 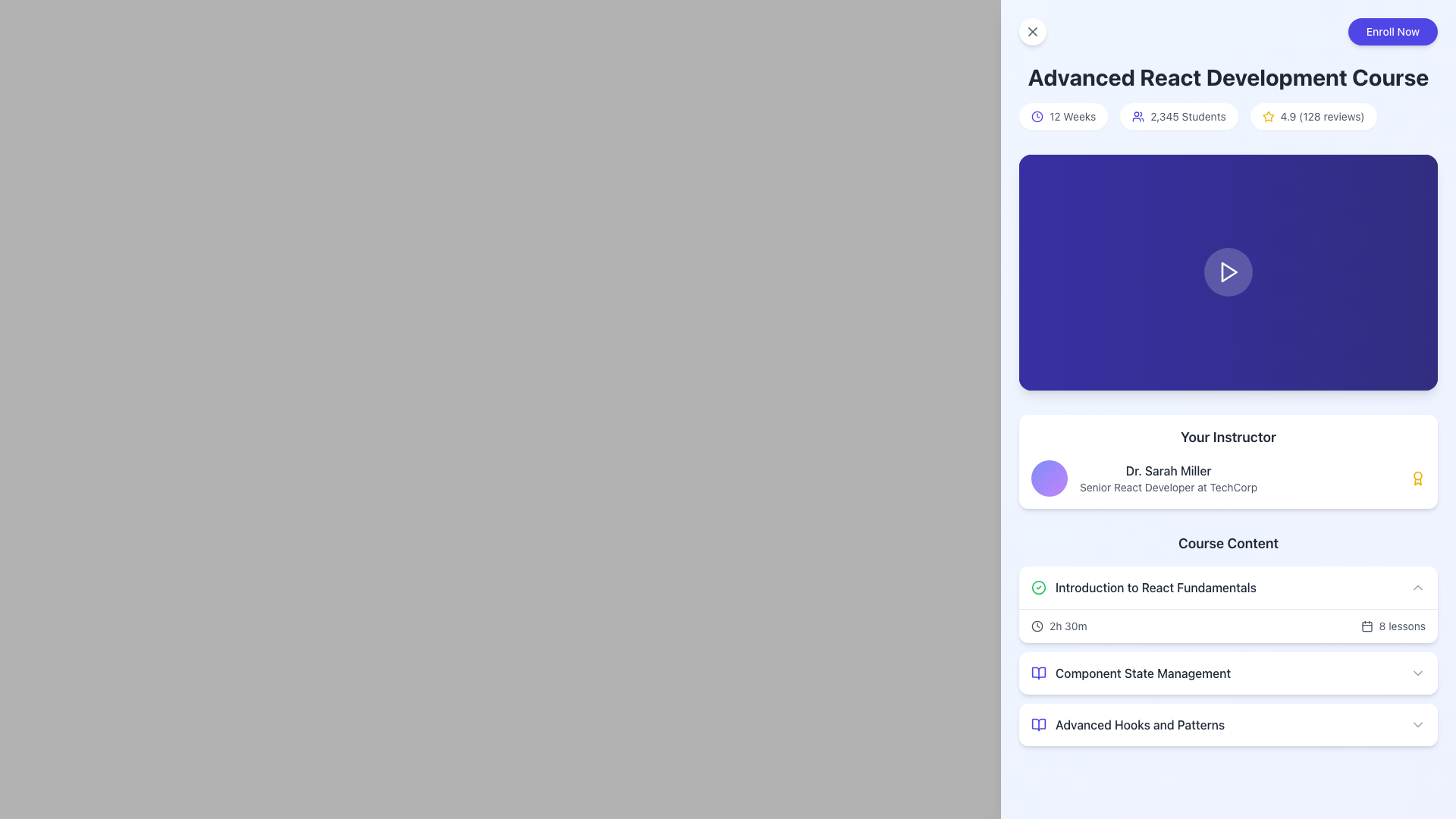 What do you see at coordinates (1032, 32) in the screenshot?
I see `the 'X' icon inside the white circular button located at the top-left corner of the interface` at bounding box center [1032, 32].